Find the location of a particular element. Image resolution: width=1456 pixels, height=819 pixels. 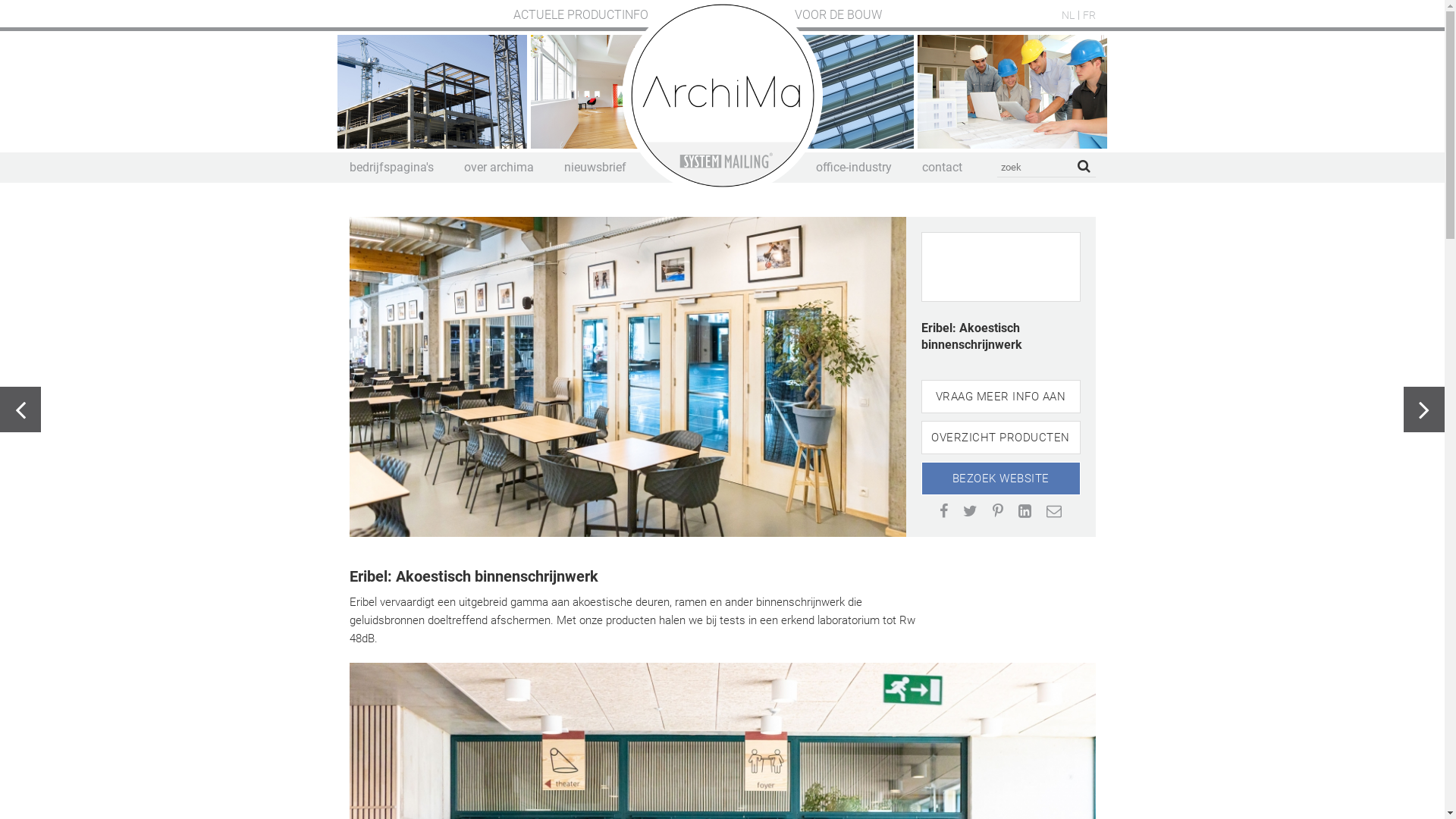

'contact' is located at coordinates (941, 167).